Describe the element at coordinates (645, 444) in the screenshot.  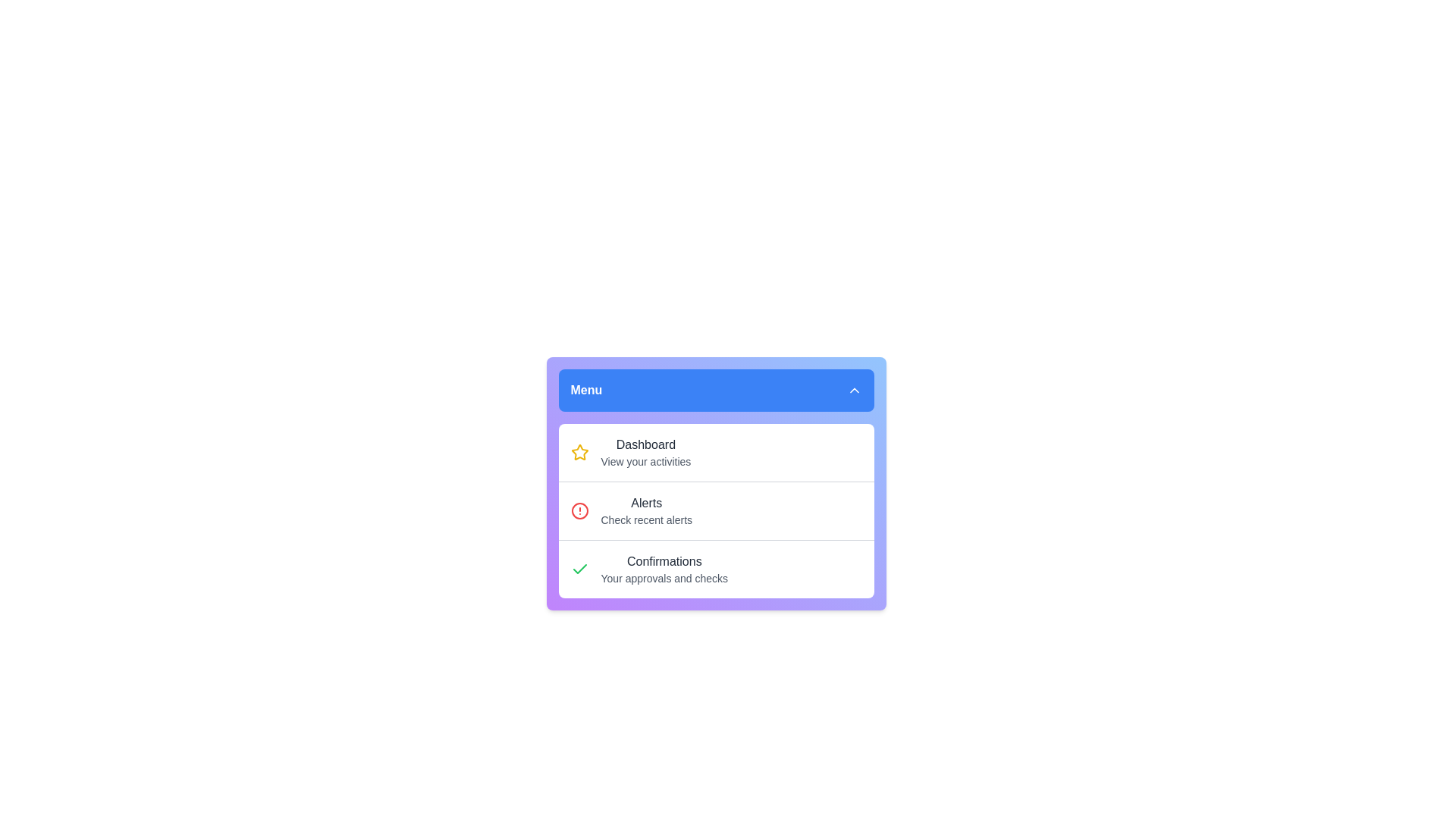
I see `the 'Dashboard' title label in the menu card which identifies the user's activities` at that location.